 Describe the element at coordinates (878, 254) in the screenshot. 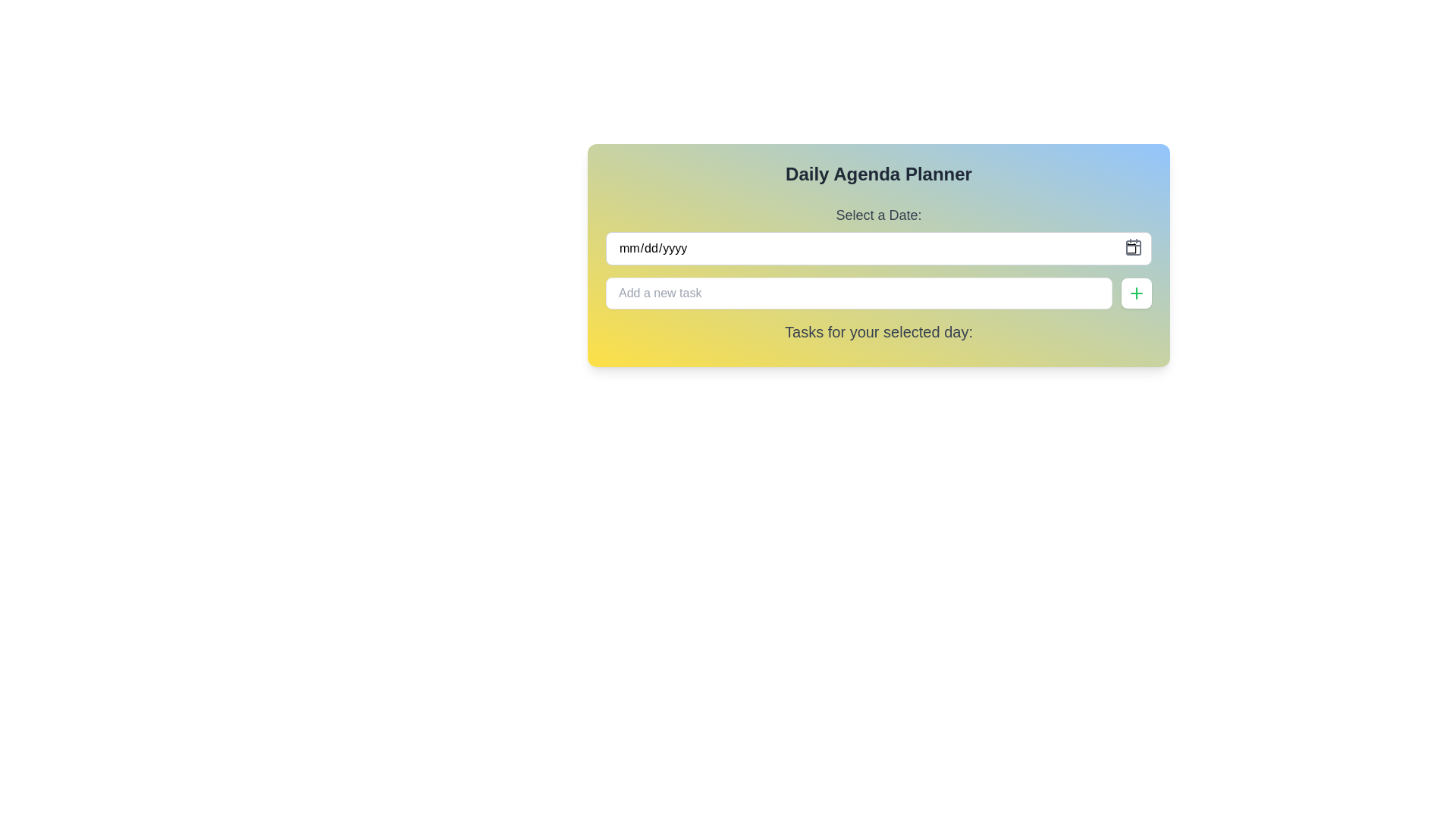

I see `the date field in the 'Daily Agenda Planner' UI card to pick a date` at that location.